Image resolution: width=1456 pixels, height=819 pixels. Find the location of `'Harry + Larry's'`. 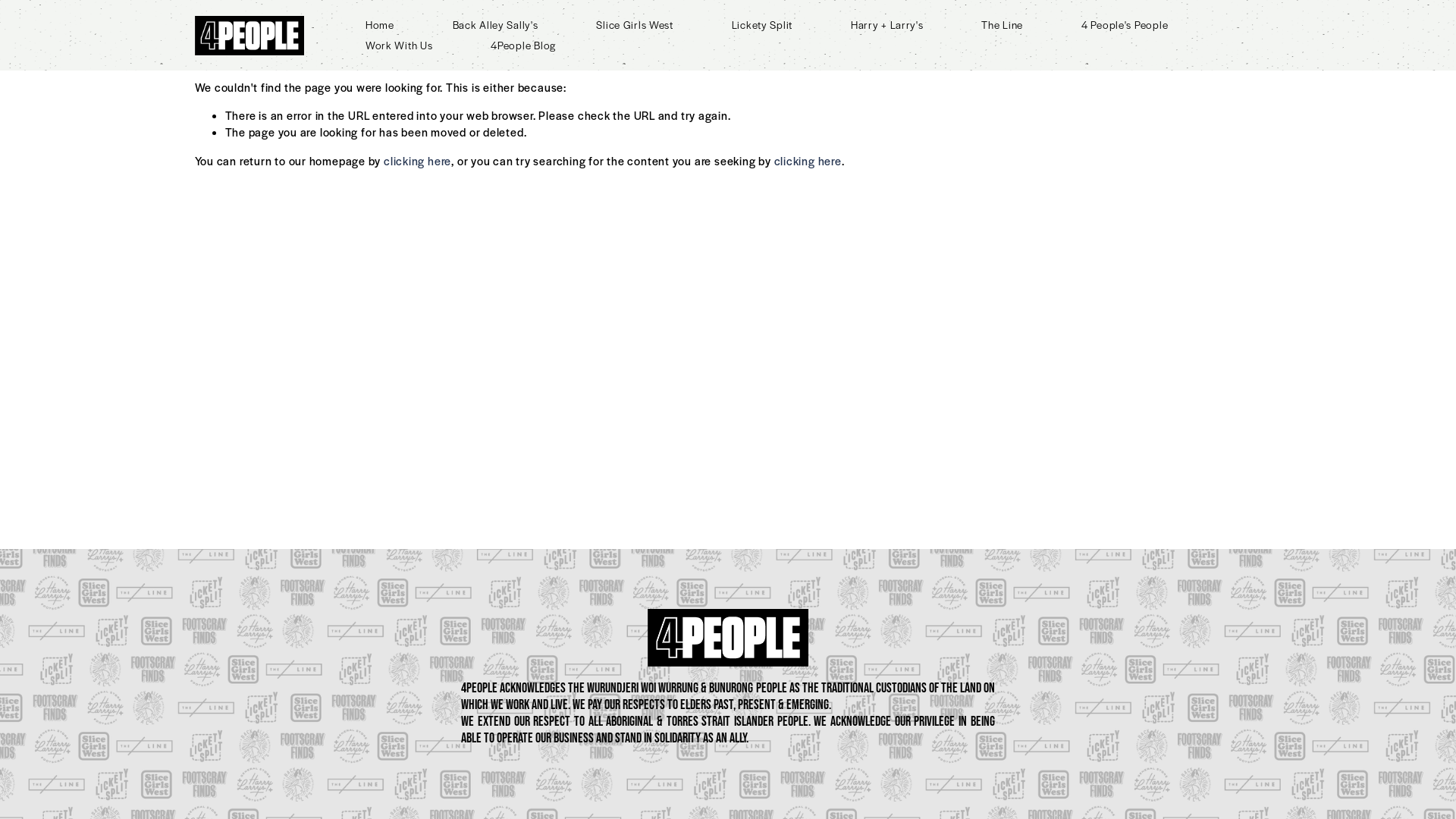

'Harry + Larry's' is located at coordinates (887, 24).